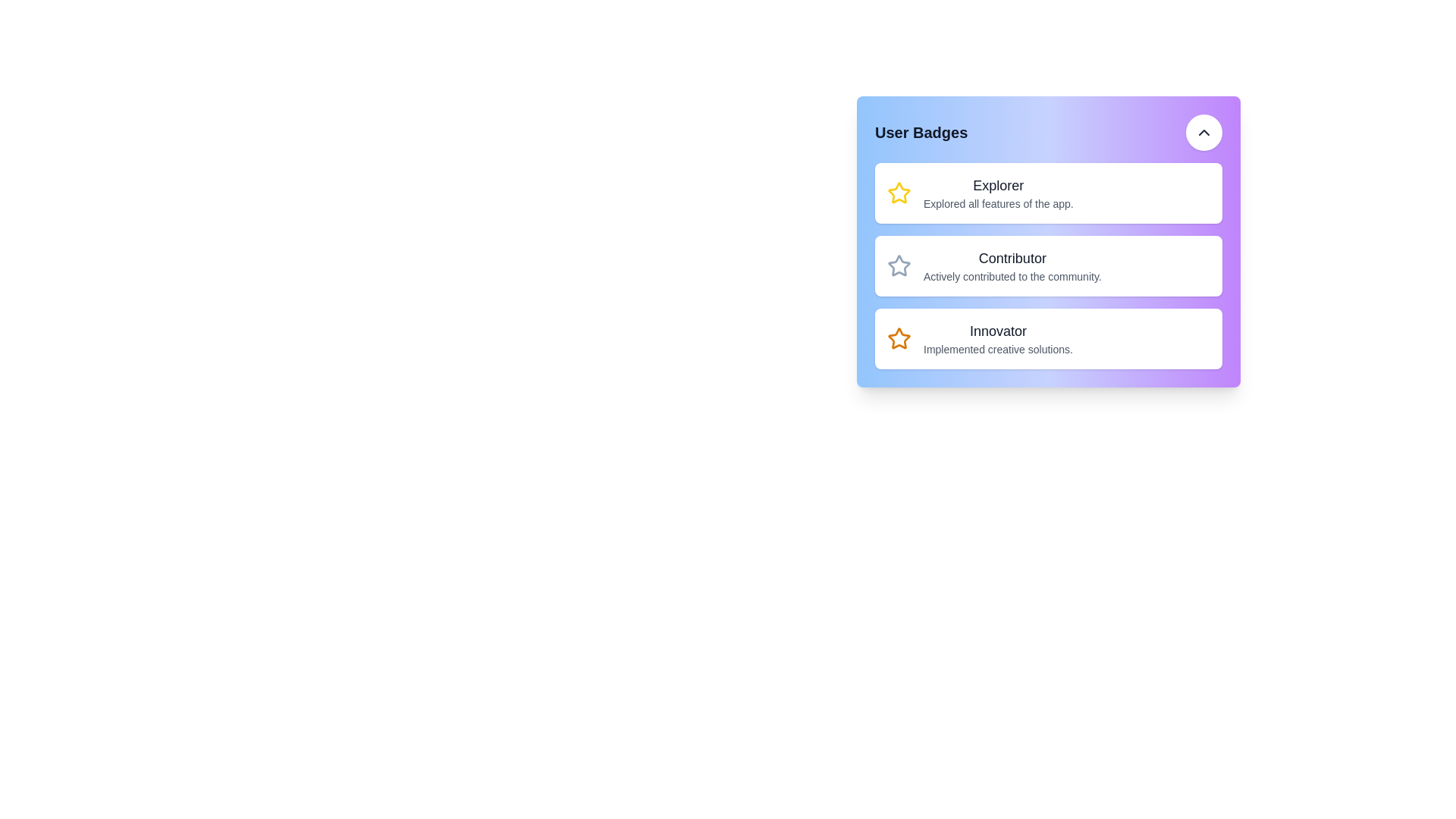 The image size is (1456, 819). Describe the element at coordinates (921, 131) in the screenshot. I see `the static text element that serves as a section title indicating user badges, located at the top-left corner of the card component` at that location.